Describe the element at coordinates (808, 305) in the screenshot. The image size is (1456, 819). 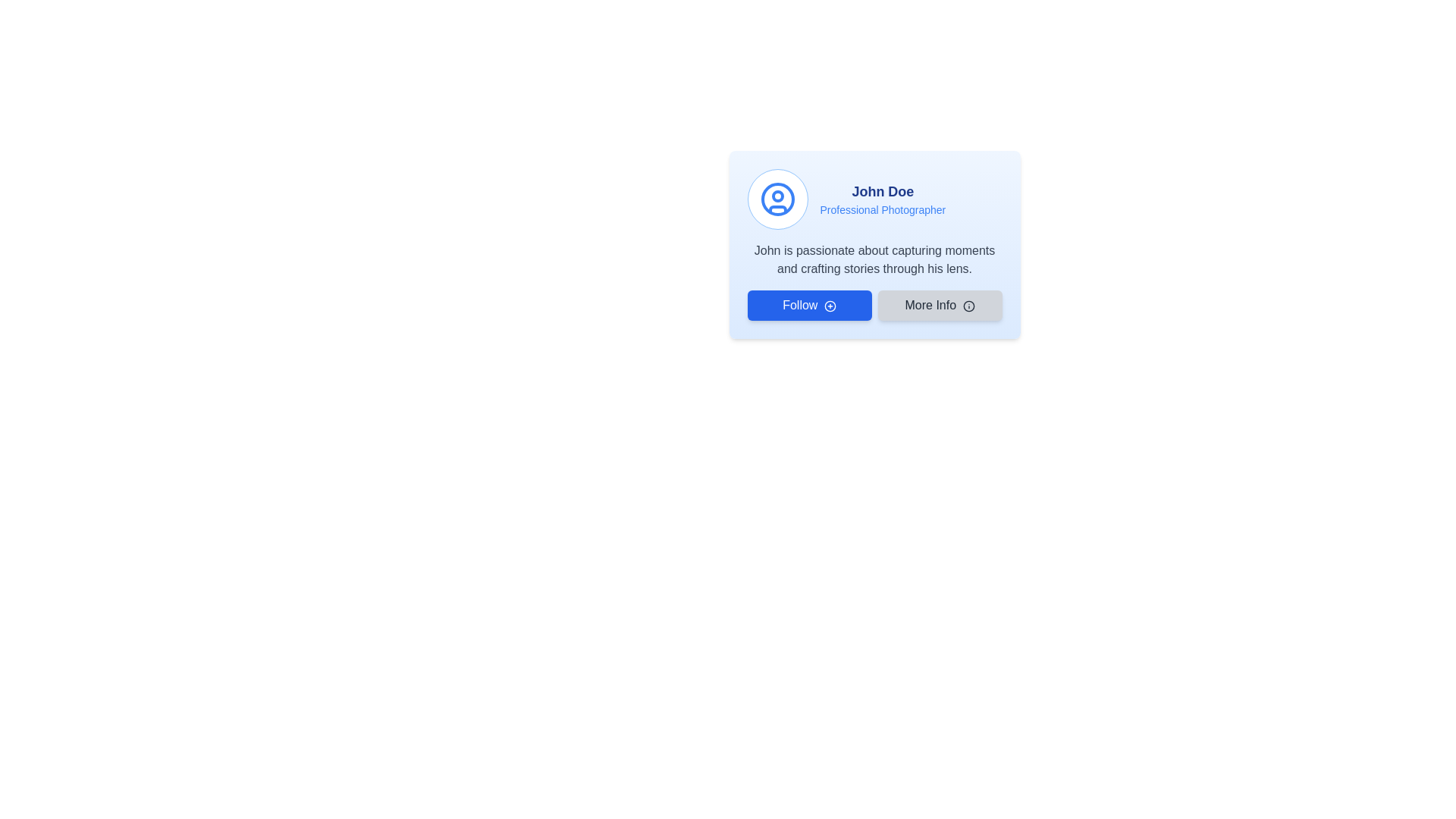
I see `the follow button located in the card interface, positioned to the left of the 'More Info' button` at that location.